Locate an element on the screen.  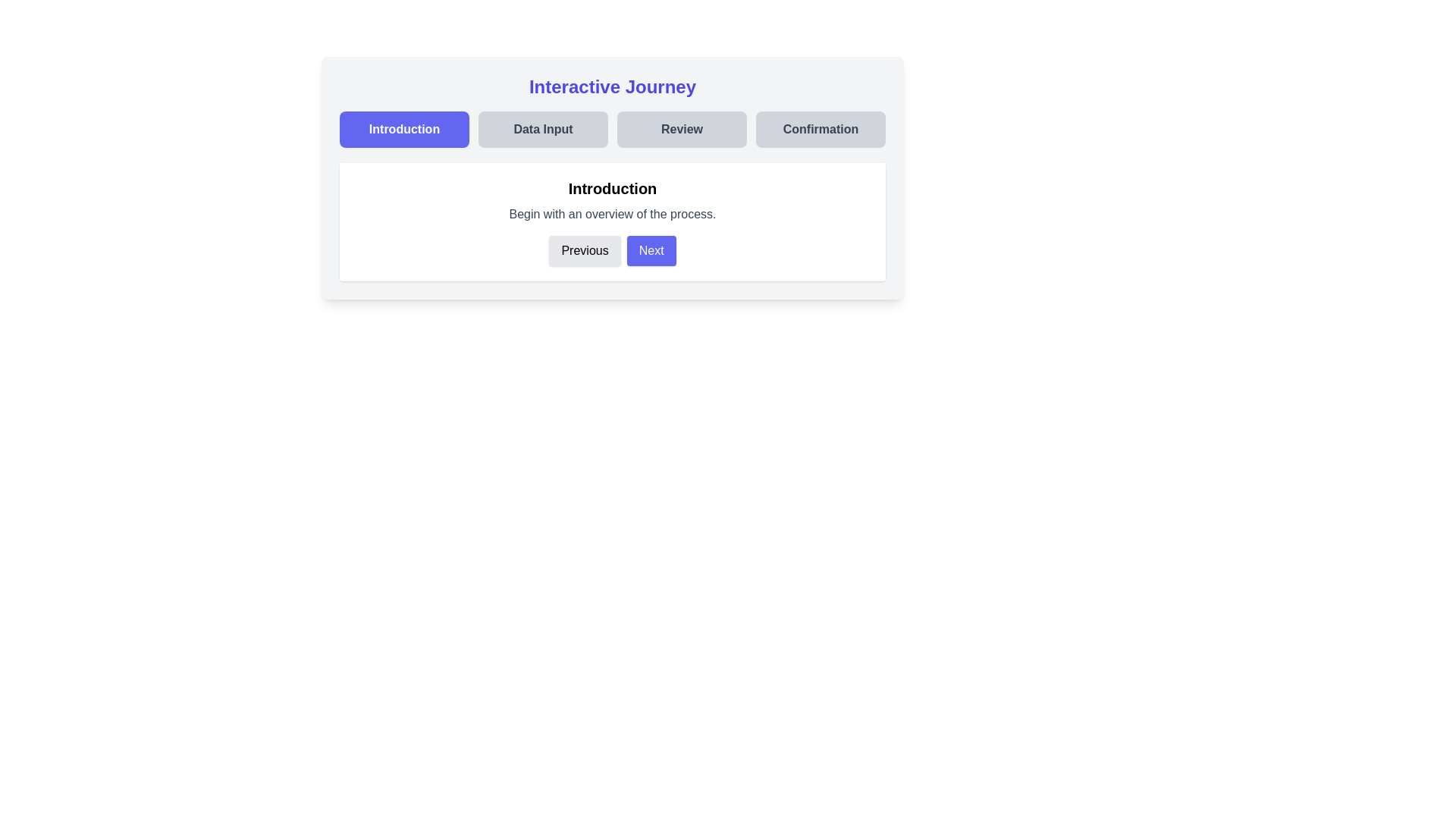
the header navigation step labeled 'Data Input' to navigate to that step is located at coordinates (543, 128).